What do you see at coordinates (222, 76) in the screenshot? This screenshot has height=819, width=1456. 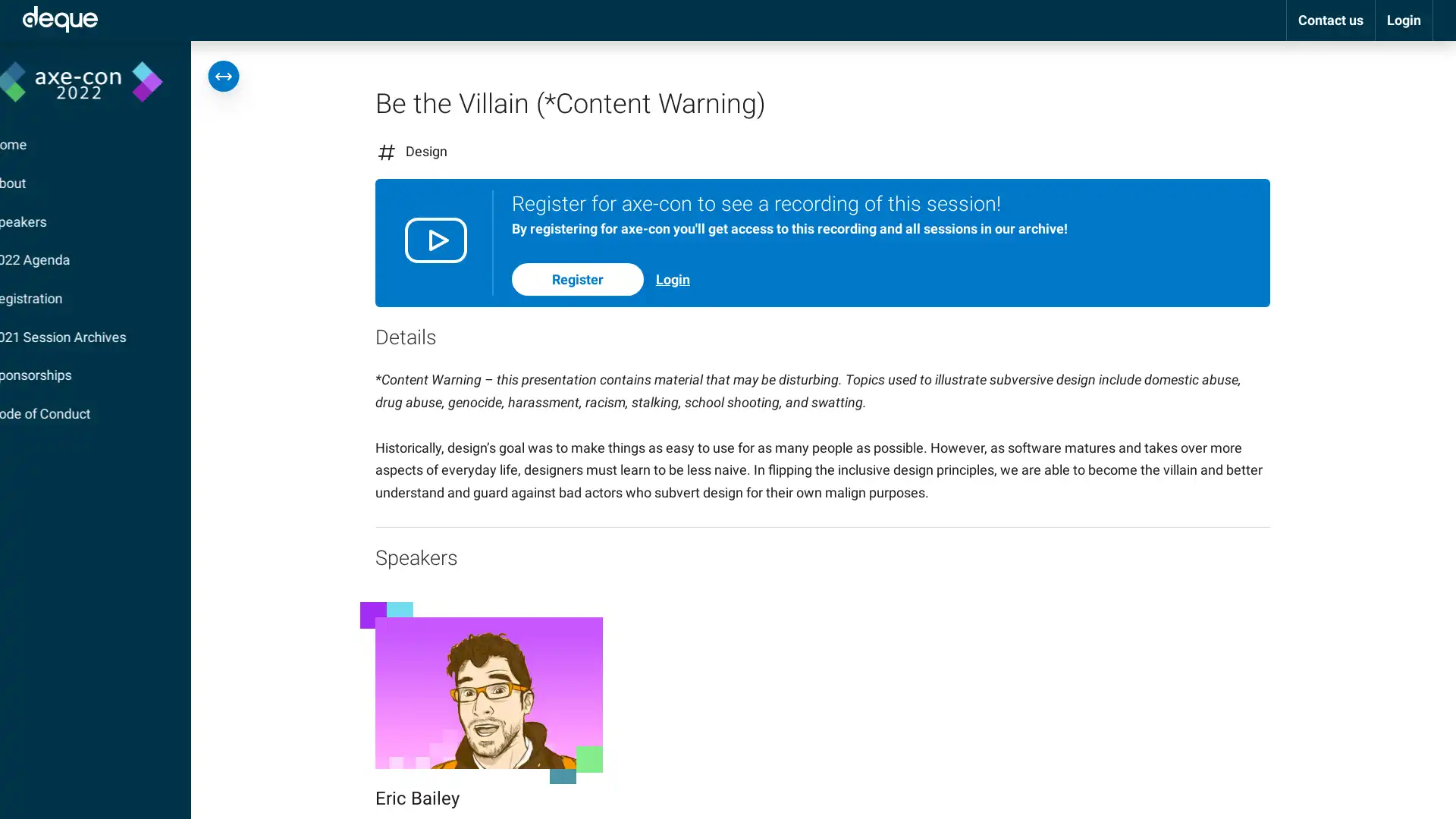 I see `Toggle sidebar` at bounding box center [222, 76].